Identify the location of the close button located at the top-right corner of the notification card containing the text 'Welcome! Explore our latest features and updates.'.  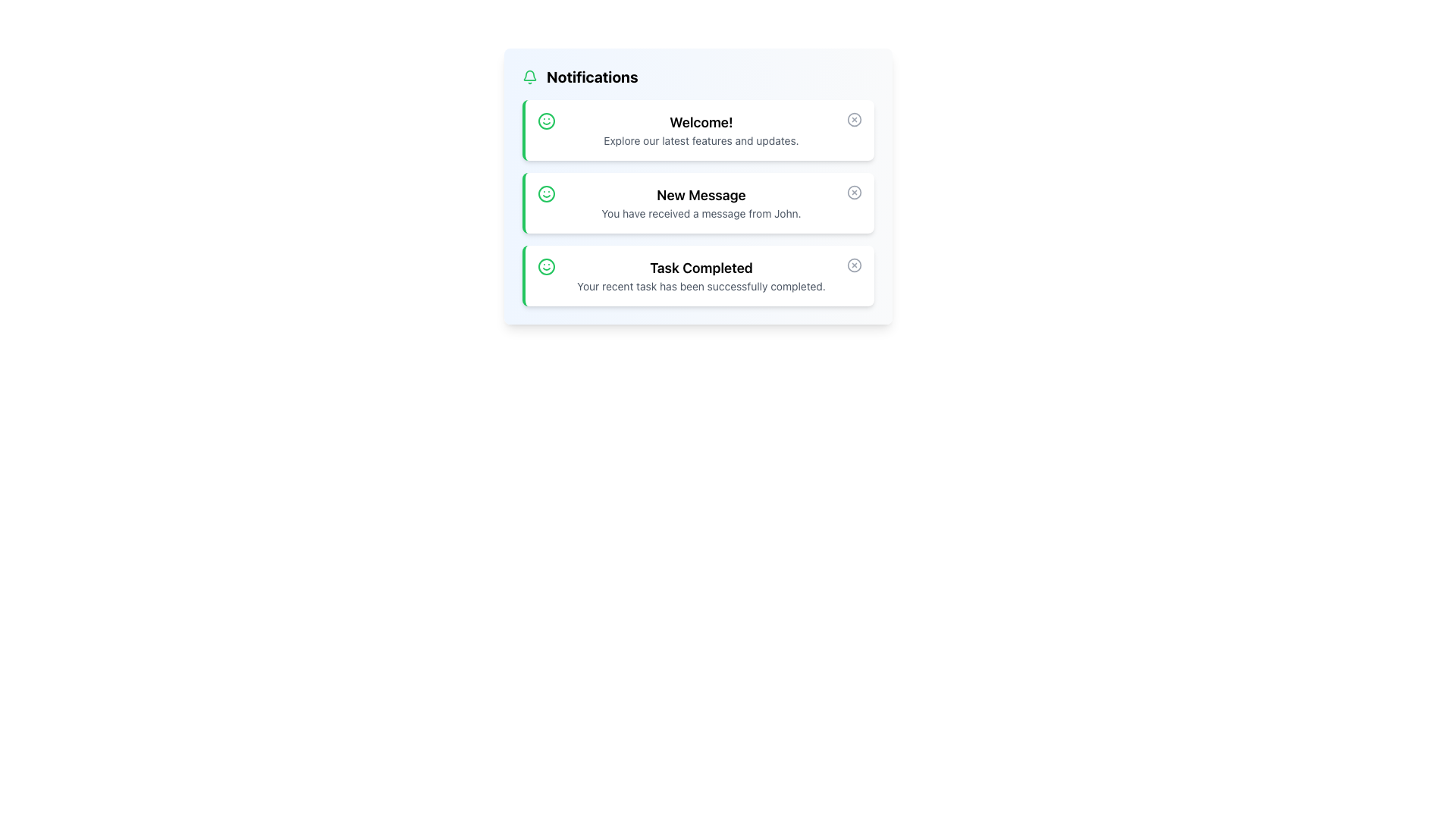
(855, 119).